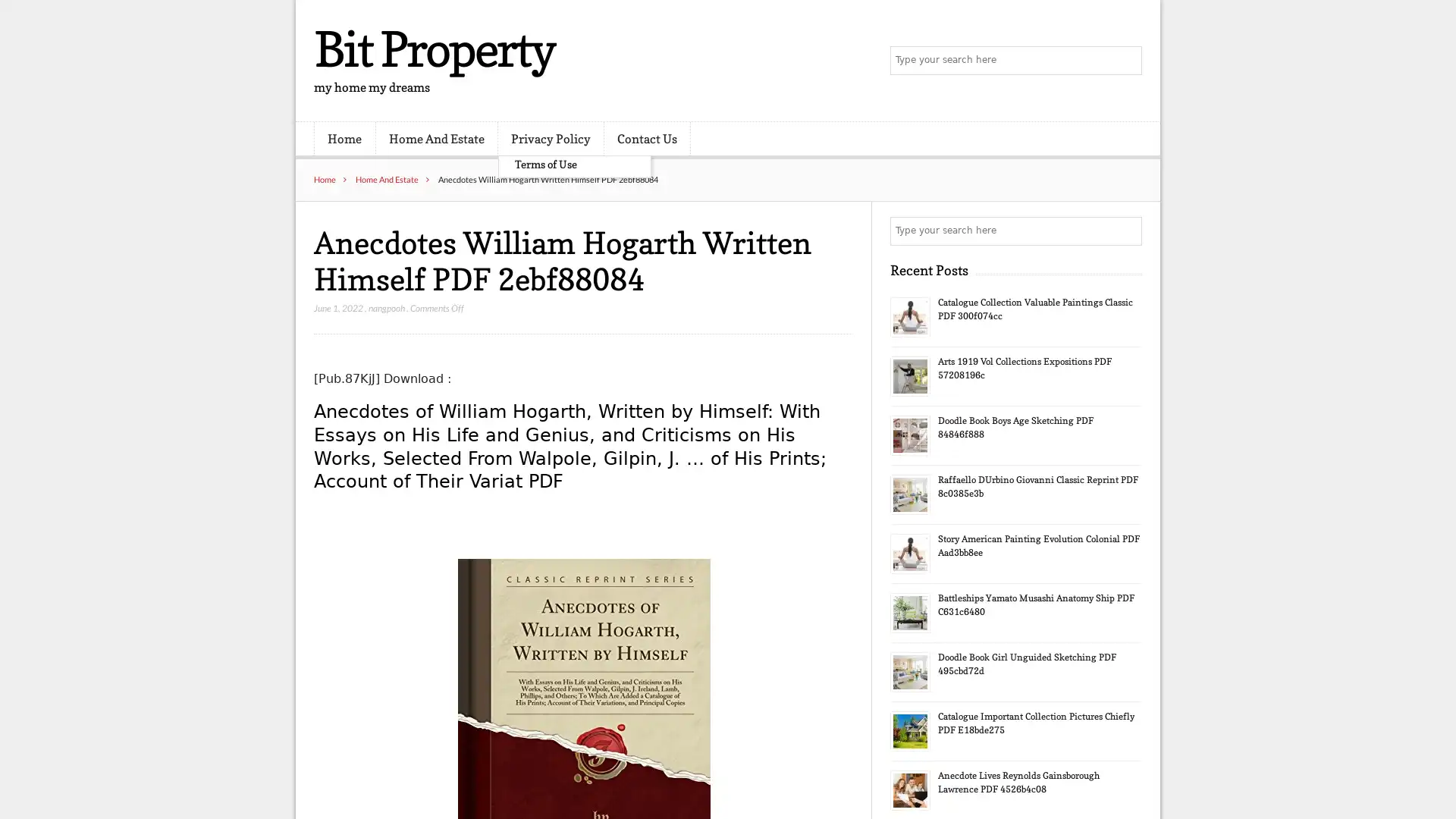 The image size is (1456, 819). I want to click on Search, so click(1126, 61).